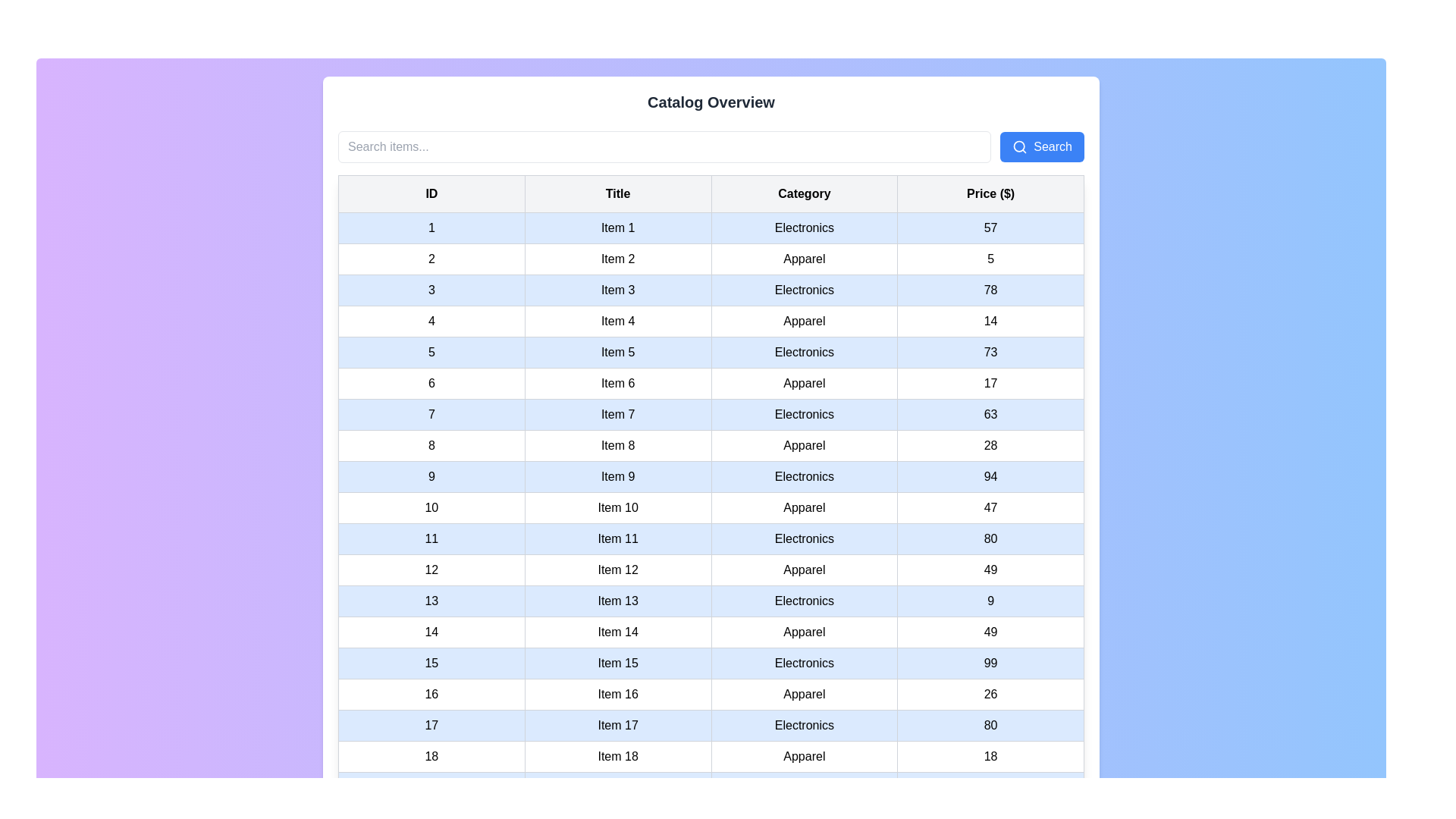 The height and width of the screenshot is (819, 1456). What do you see at coordinates (710, 663) in the screenshot?
I see `information displayed in the 15th row of the table, which contains details about an item including ID, title, category, and price` at bounding box center [710, 663].